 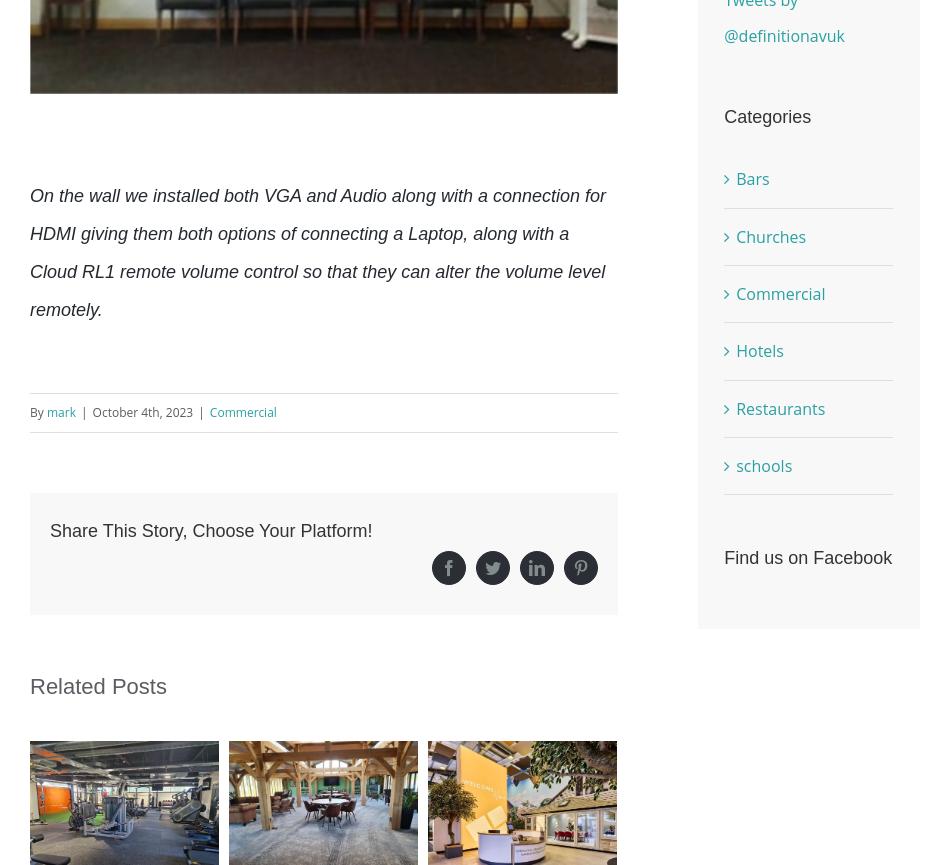 What do you see at coordinates (751, 177) in the screenshot?
I see `'Bars'` at bounding box center [751, 177].